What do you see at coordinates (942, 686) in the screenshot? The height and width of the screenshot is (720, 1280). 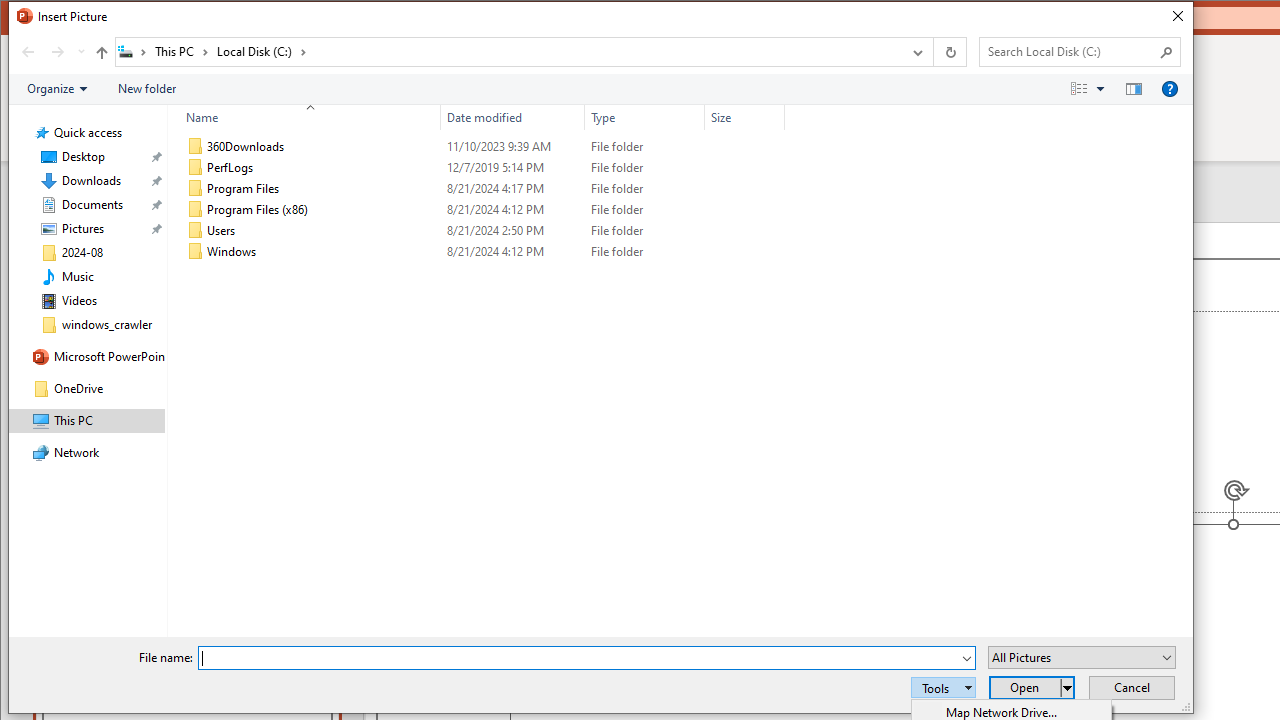 I see `'Tools'` at bounding box center [942, 686].